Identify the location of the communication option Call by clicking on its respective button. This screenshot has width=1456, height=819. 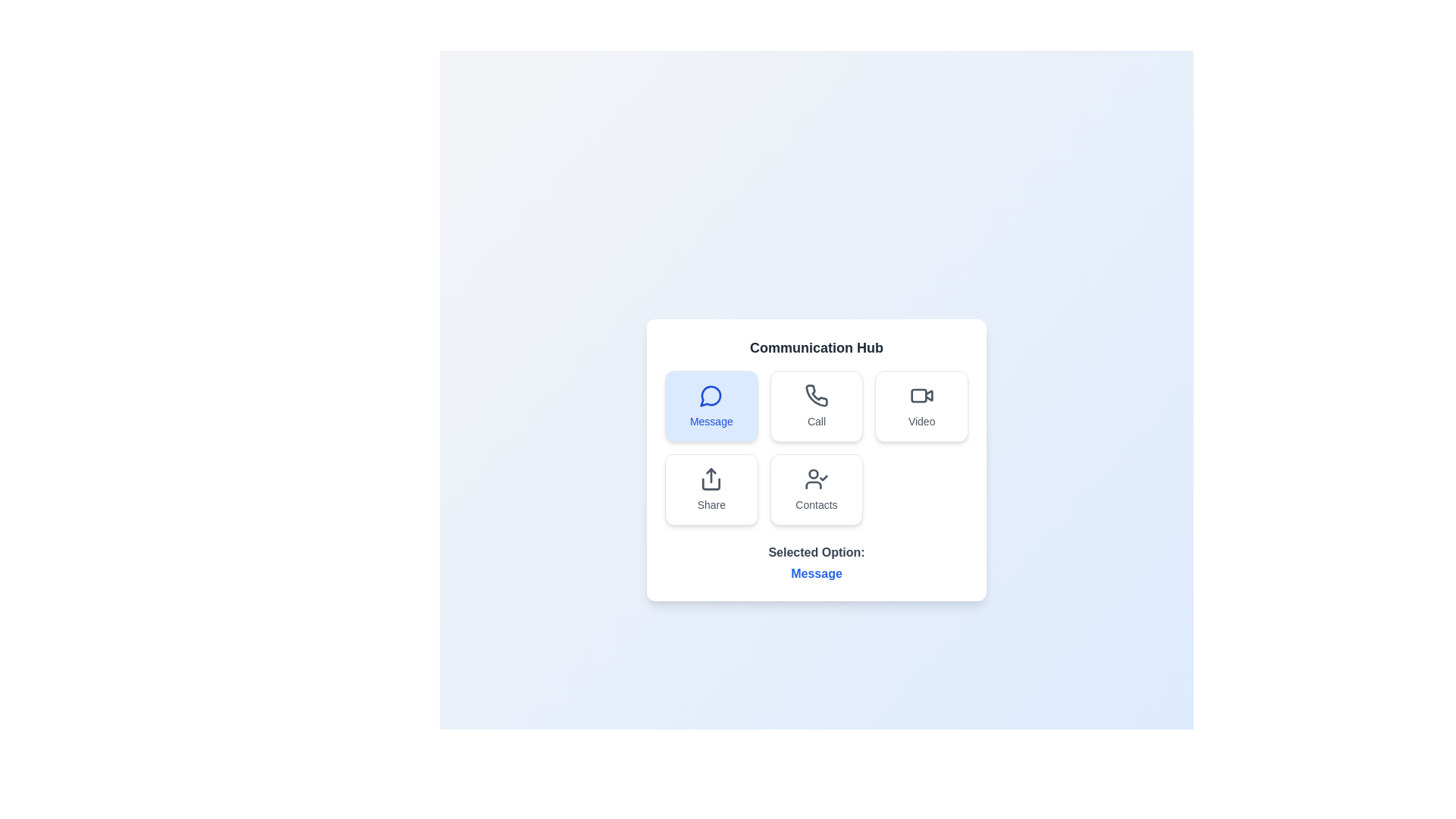
(815, 406).